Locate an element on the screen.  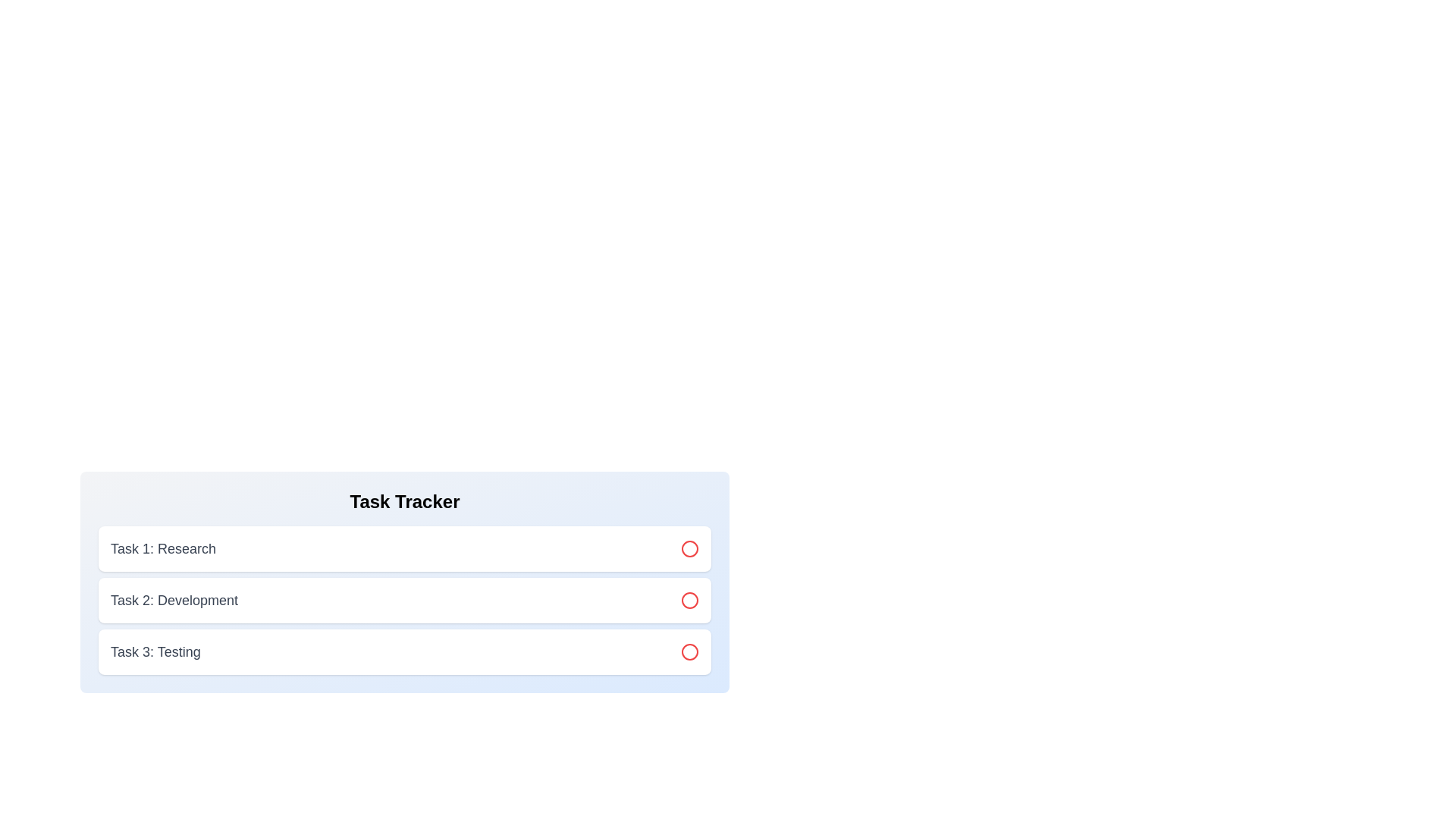
the circle icon for task 1 to toggle its status is located at coordinates (689, 549).